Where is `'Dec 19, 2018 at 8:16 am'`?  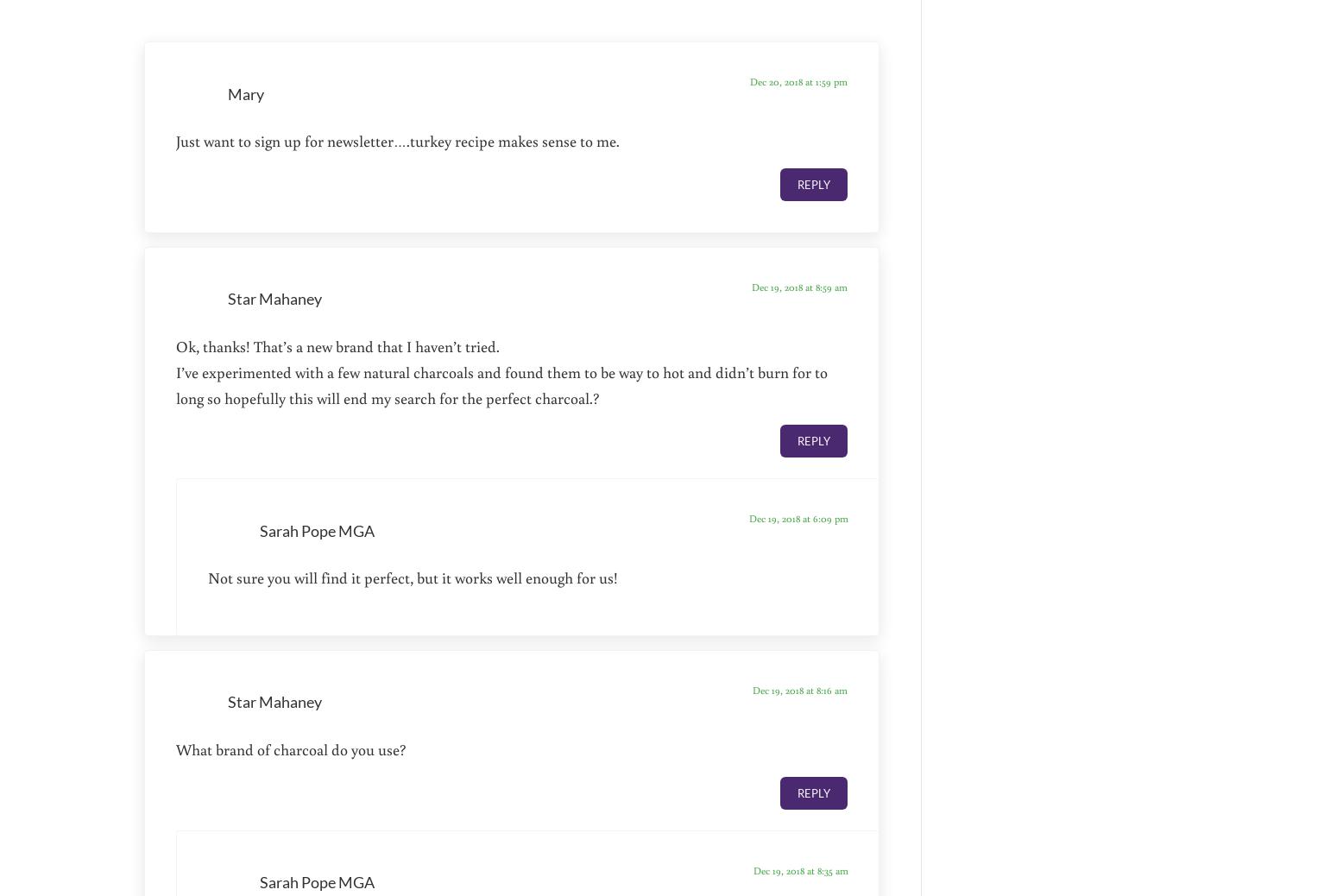 'Dec 19, 2018 at 8:16 am' is located at coordinates (798, 690).